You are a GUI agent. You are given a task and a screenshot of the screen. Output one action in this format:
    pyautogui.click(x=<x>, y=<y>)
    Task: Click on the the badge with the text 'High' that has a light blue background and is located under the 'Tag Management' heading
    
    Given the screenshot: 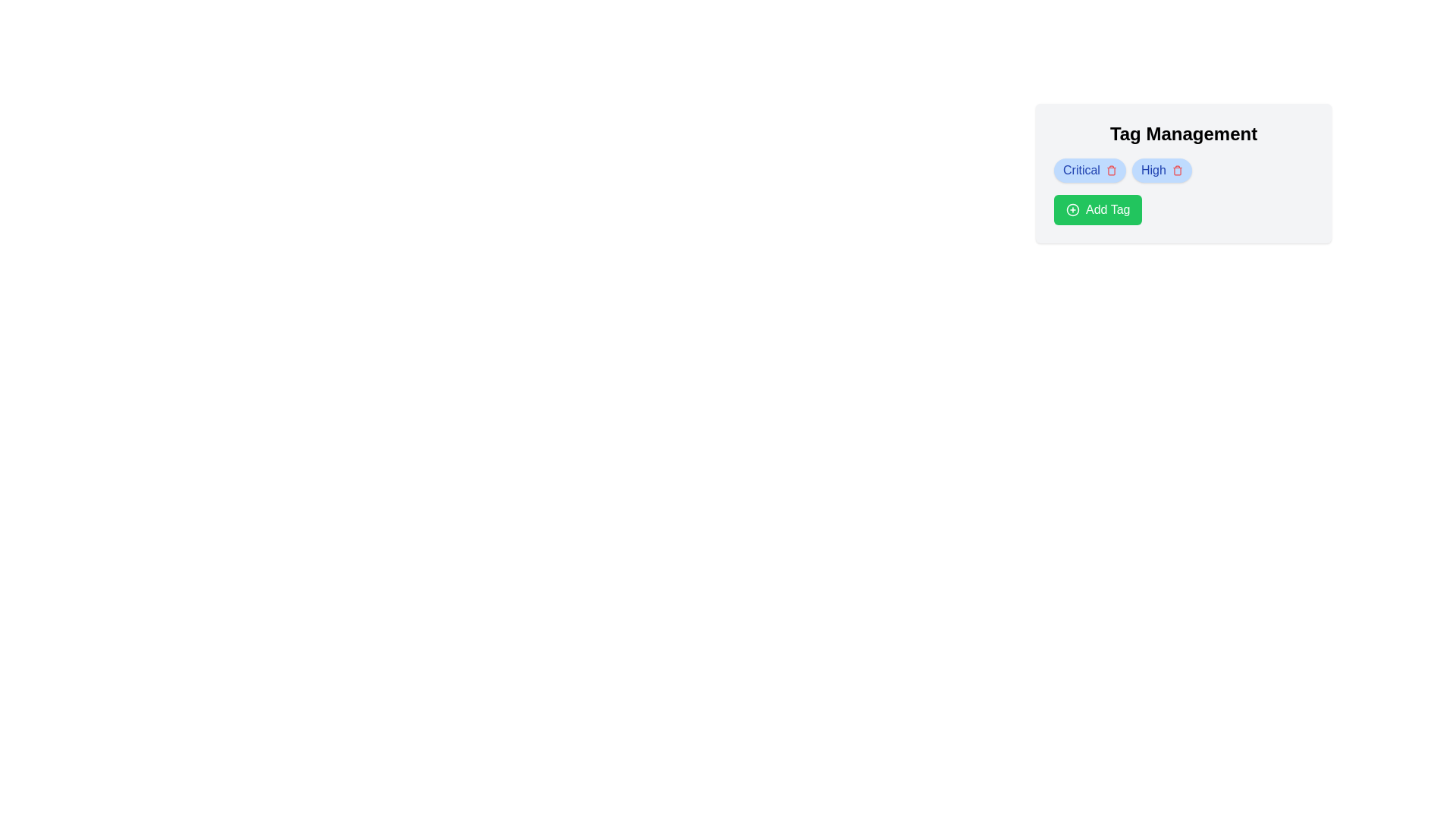 What is the action you would take?
    pyautogui.click(x=1161, y=170)
    